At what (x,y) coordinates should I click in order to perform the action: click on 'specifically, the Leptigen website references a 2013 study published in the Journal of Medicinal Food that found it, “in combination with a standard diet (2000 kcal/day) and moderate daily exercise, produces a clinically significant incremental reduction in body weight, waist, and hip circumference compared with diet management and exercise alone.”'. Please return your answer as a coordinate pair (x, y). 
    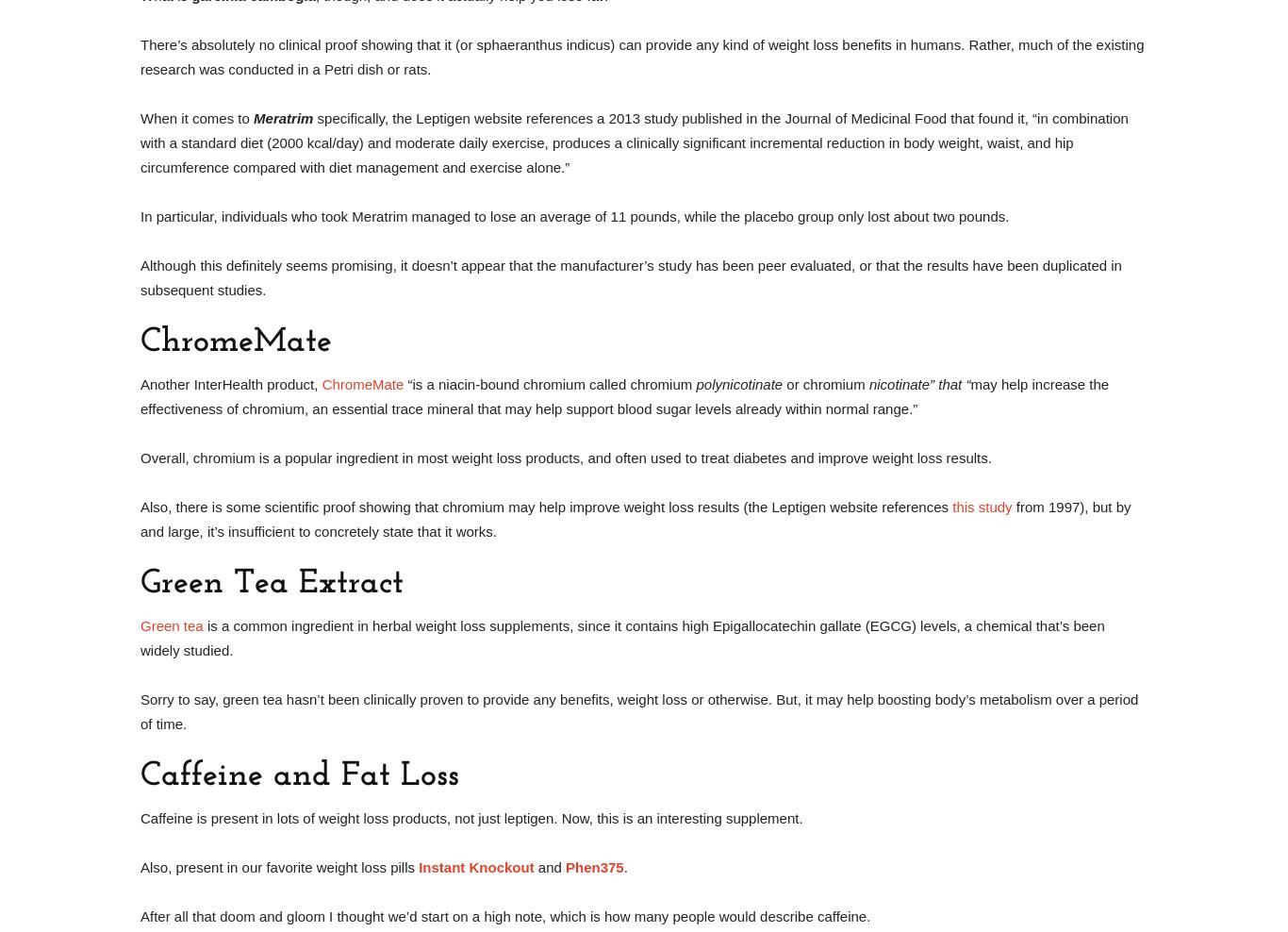
    Looking at the image, I should click on (633, 141).